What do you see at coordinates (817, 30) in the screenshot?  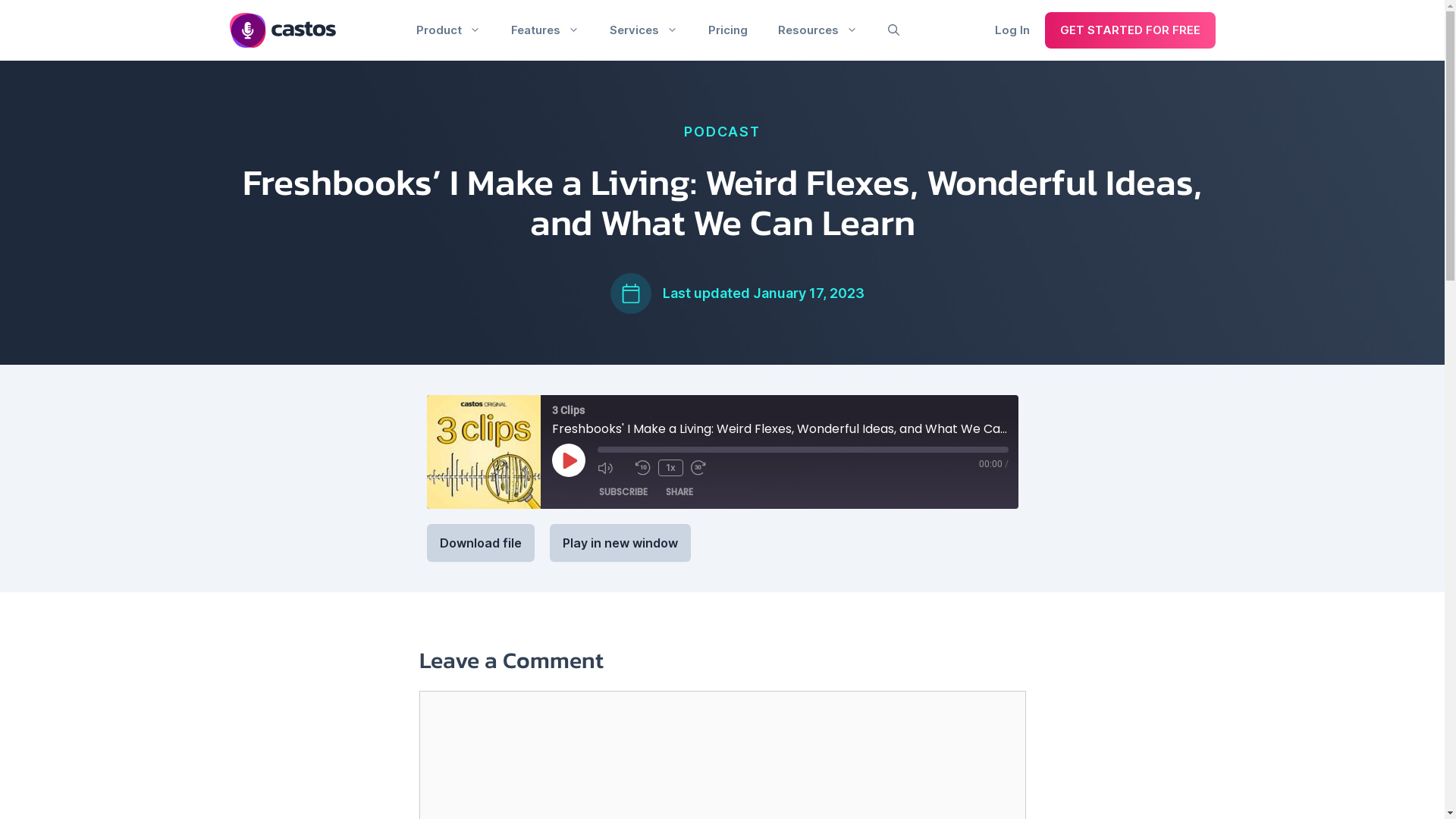 I see `'Resources'` at bounding box center [817, 30].